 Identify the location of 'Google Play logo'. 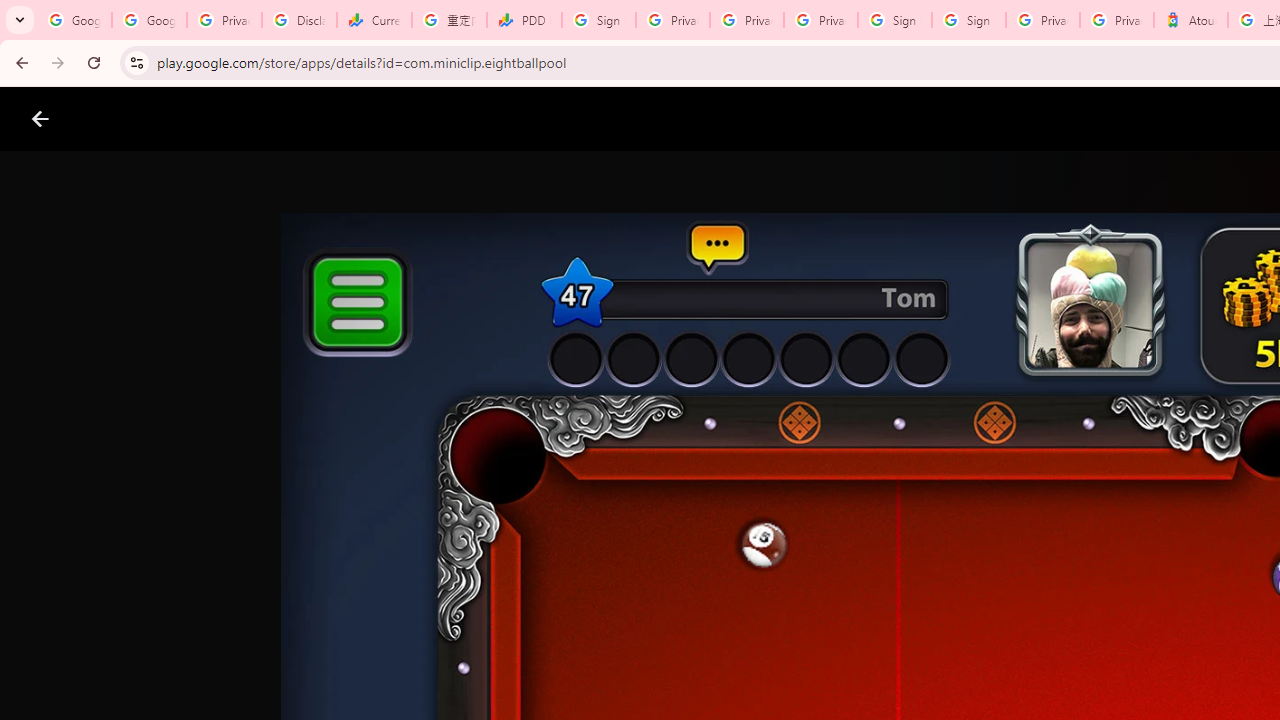
(111, 119).